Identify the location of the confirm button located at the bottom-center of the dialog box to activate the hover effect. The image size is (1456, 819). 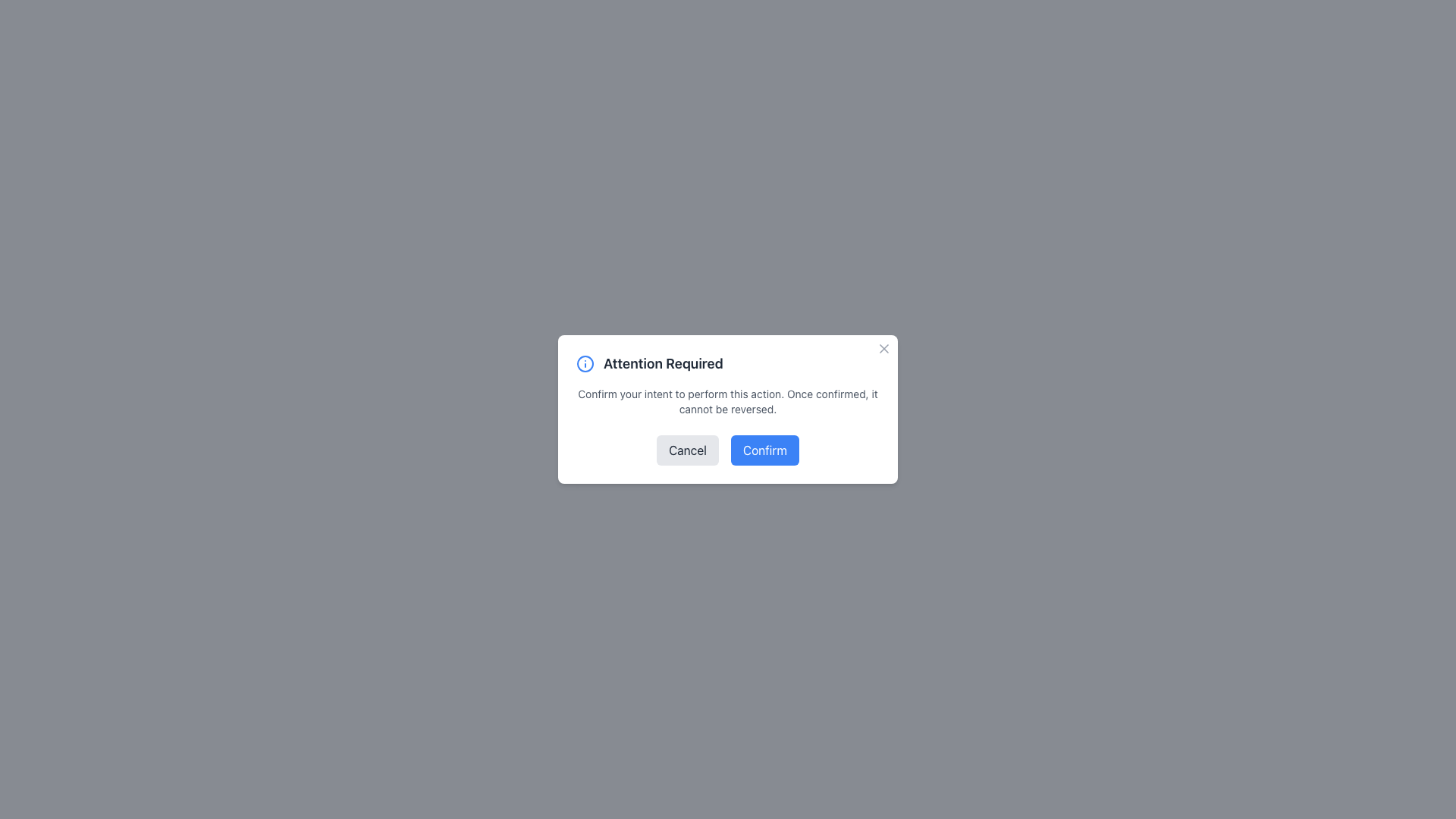
(764, 450).